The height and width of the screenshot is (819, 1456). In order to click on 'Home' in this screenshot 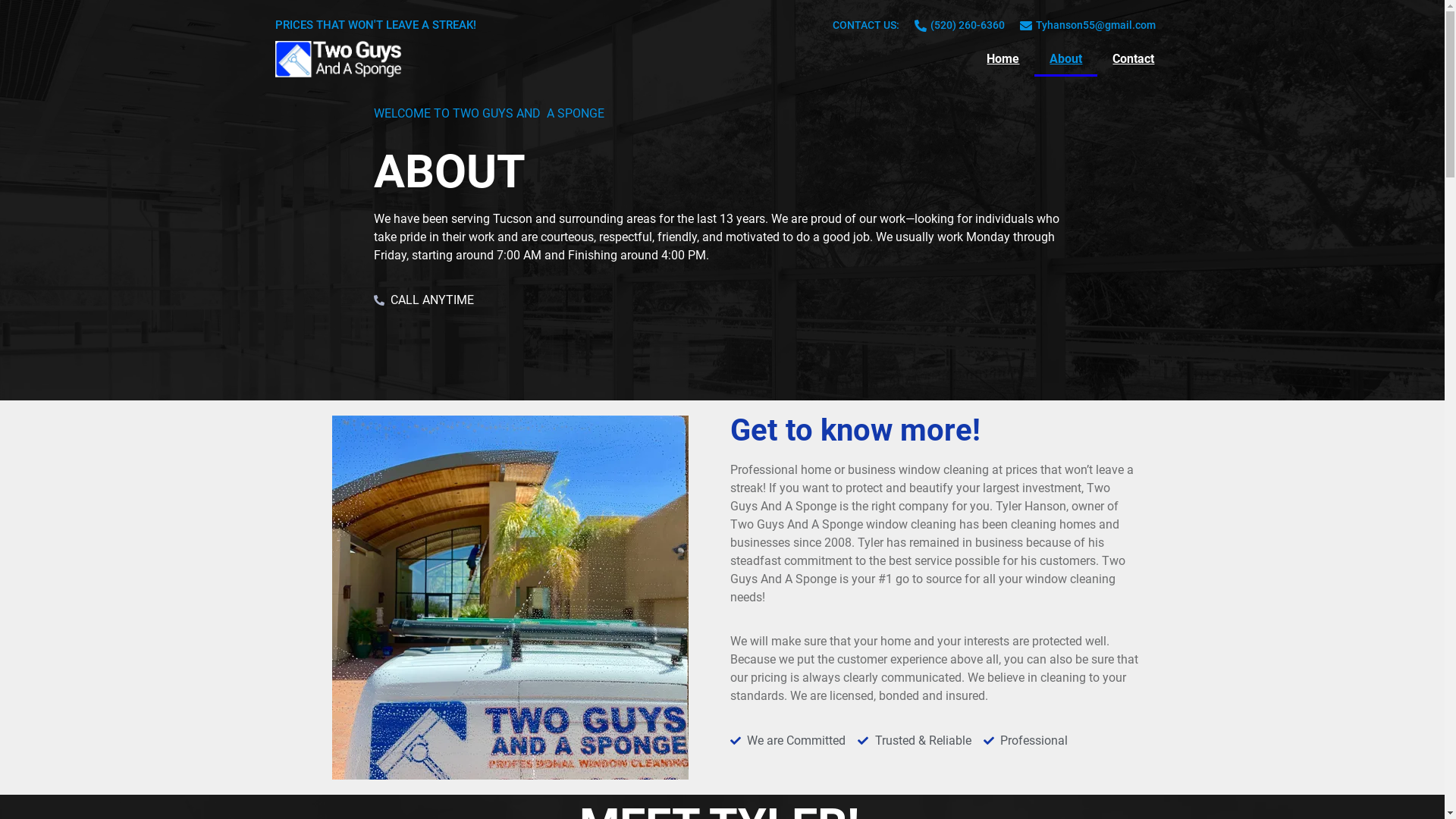, I will do `click(971, 58)`.